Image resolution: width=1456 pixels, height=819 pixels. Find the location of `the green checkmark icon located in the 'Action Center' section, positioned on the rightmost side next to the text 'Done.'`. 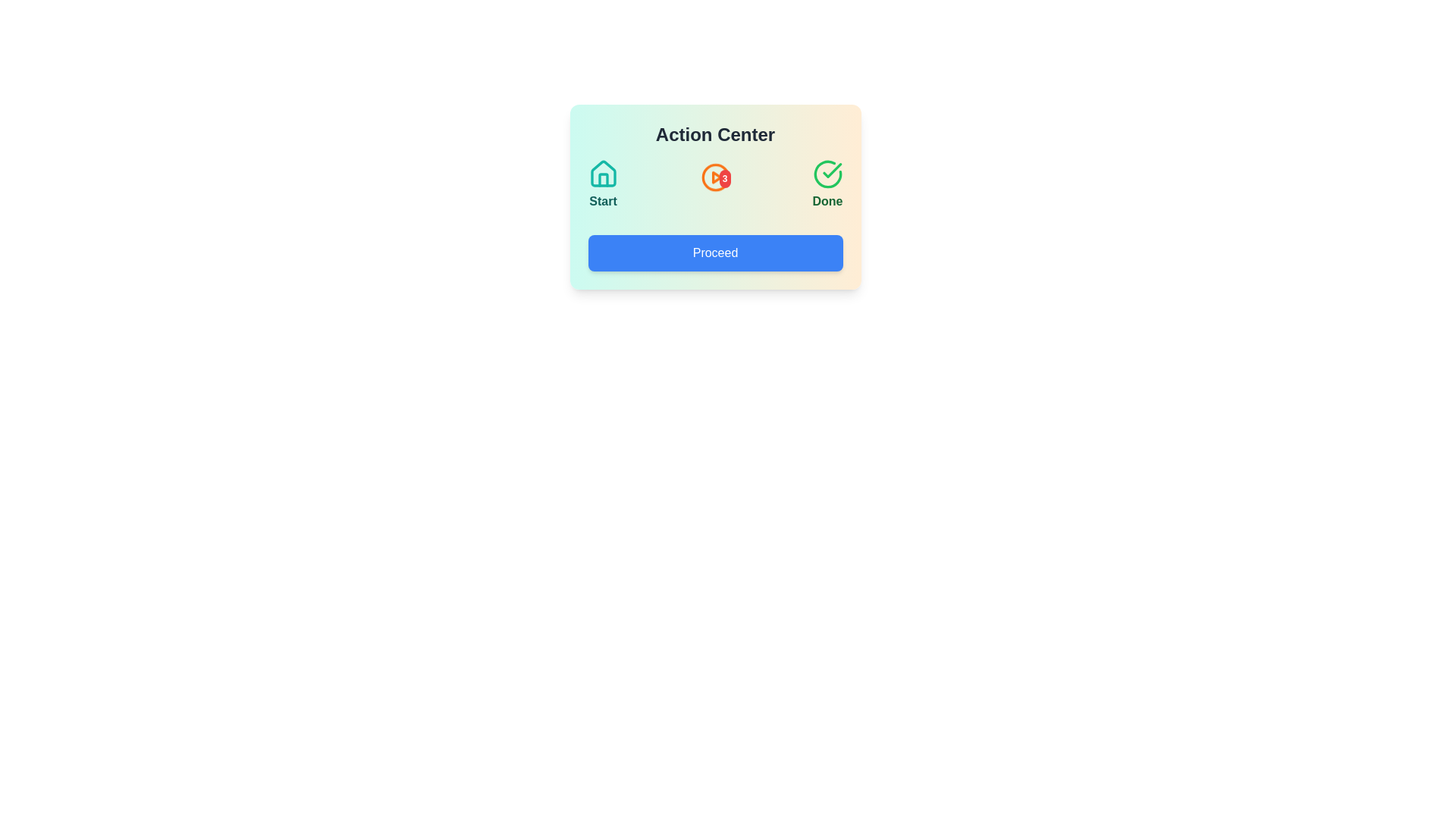

the green checkmark icon located in the 'Action Center' section, positioned on the rightmost side next to the text 'Done.' is located at coordinates (831, 170).